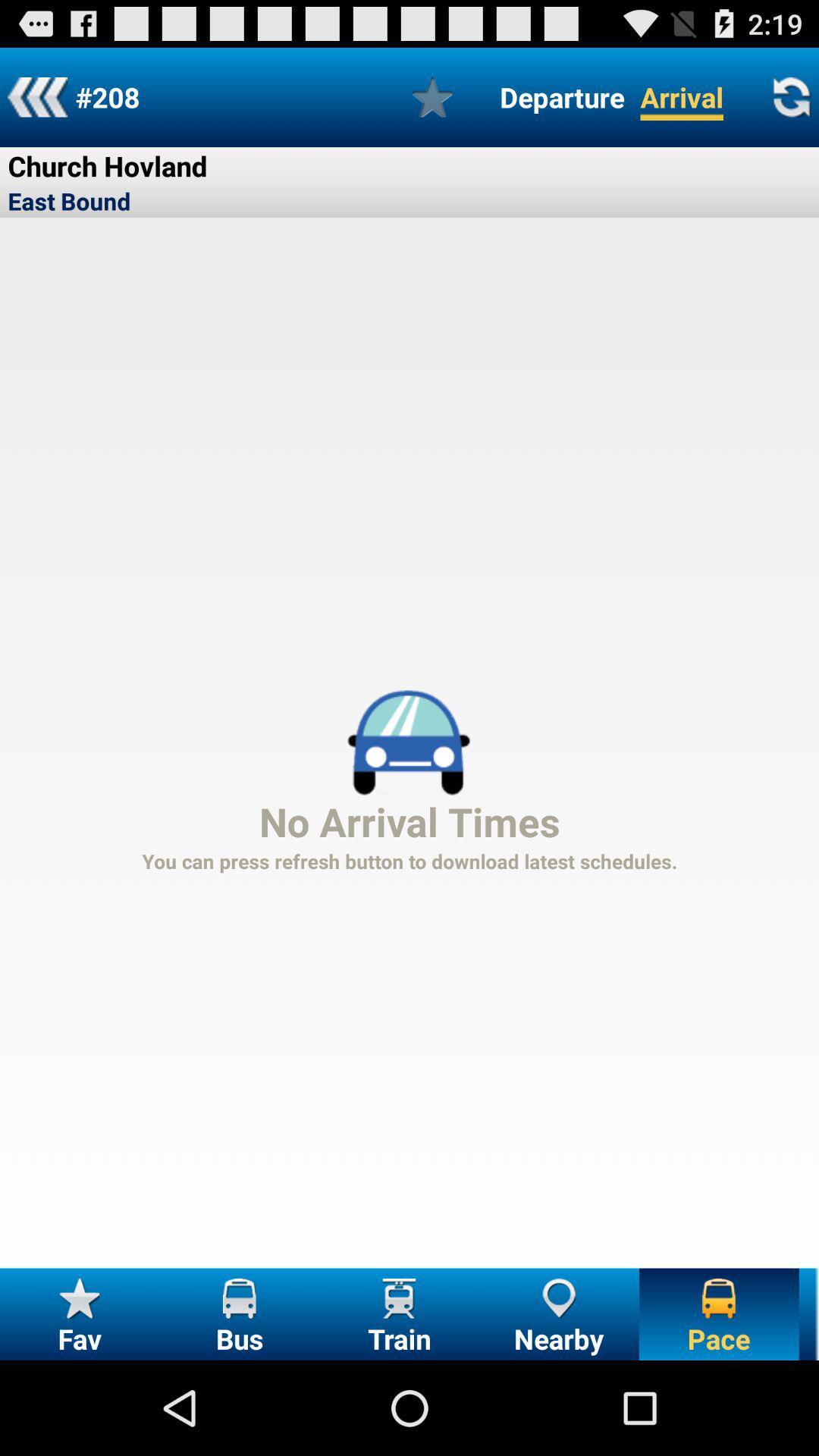 The image size is (819, 1456). I want to click on return to previous screen, so click(36, 96).